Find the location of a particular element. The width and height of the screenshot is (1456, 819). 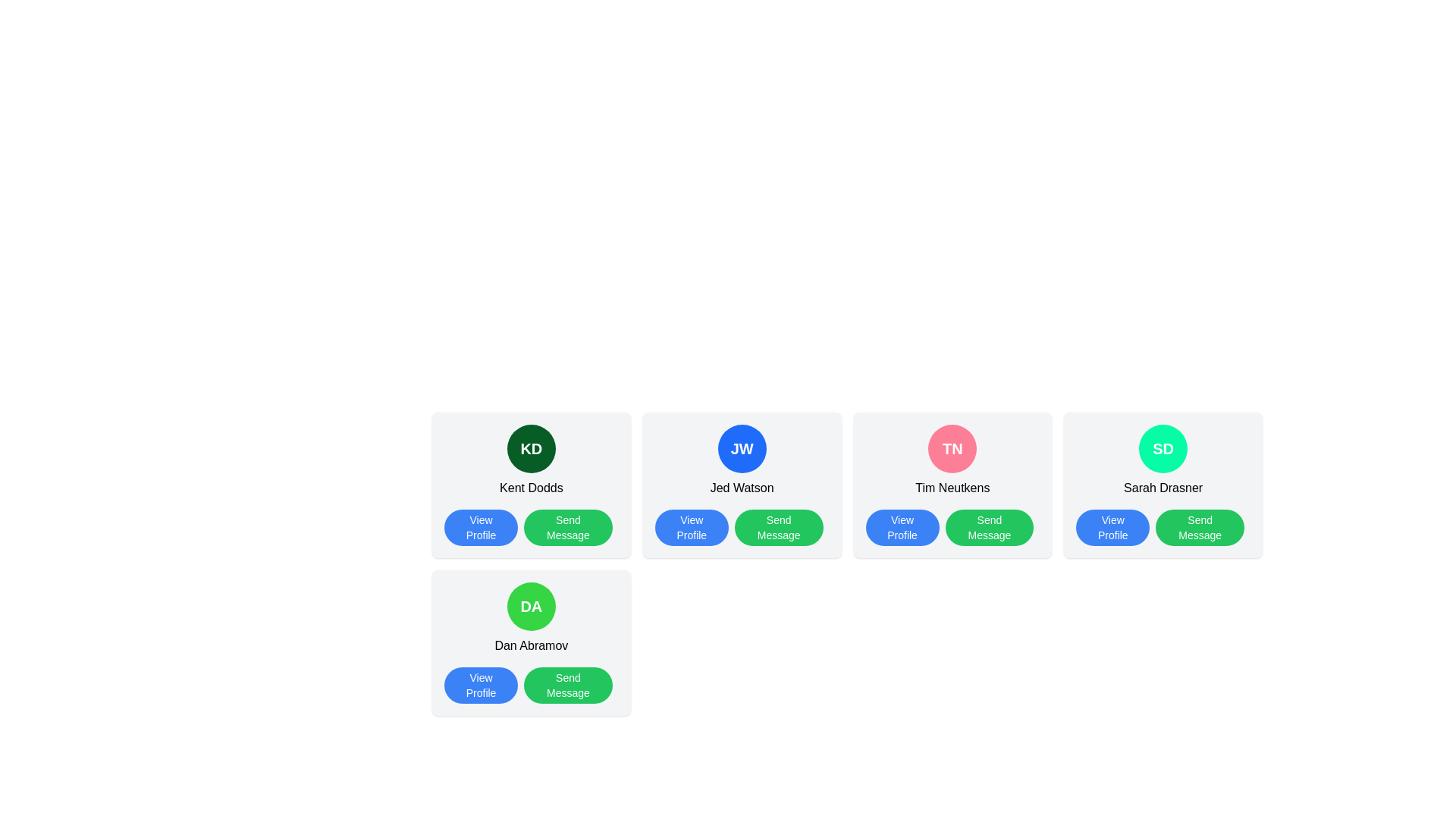

the circular avatar icon with a blue background and white text "JW" centered within it, located in the top section of the card for "Jed Watson" is located at coordinates (742, 447).